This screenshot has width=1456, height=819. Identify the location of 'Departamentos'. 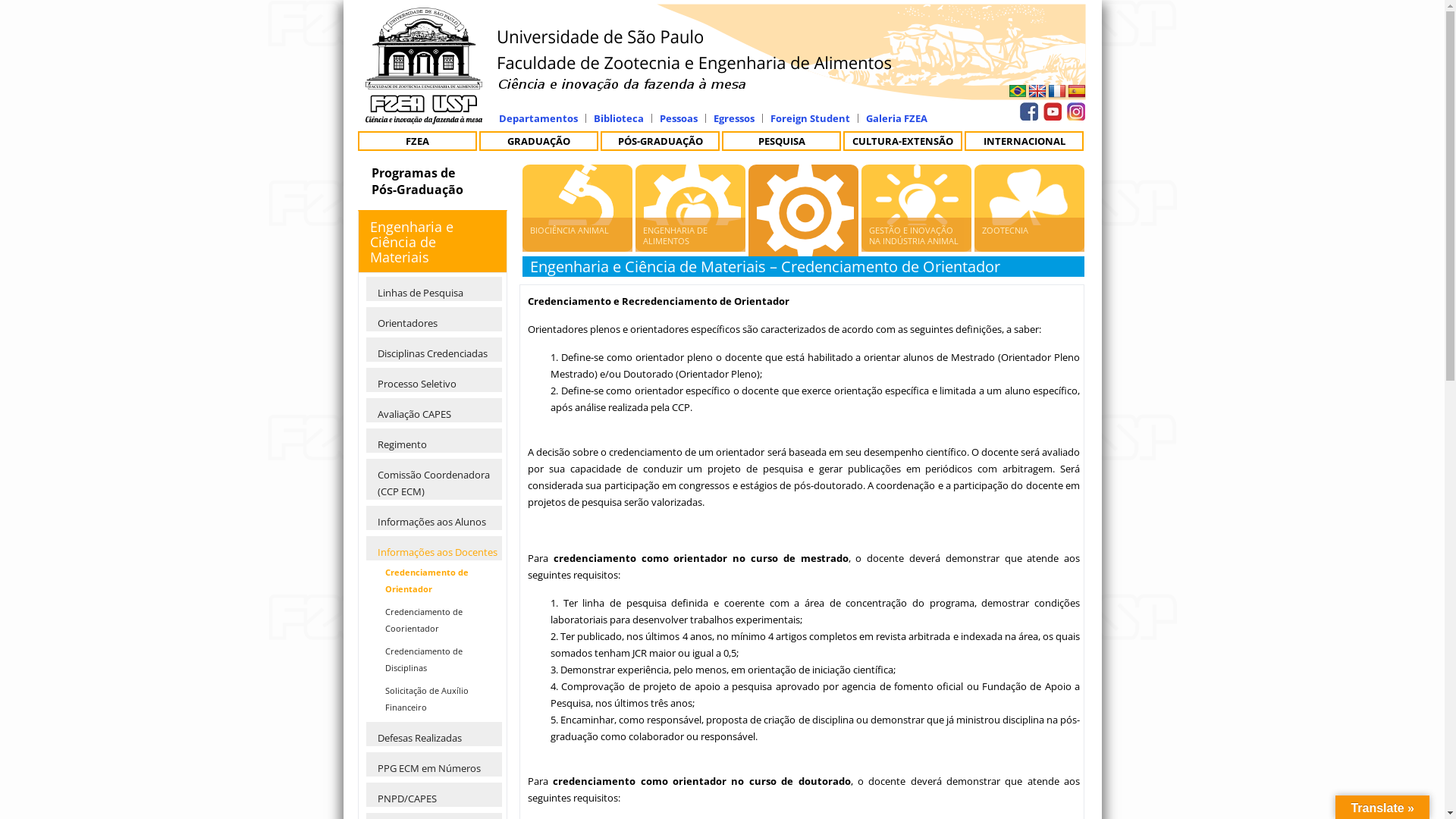
(538, 116).